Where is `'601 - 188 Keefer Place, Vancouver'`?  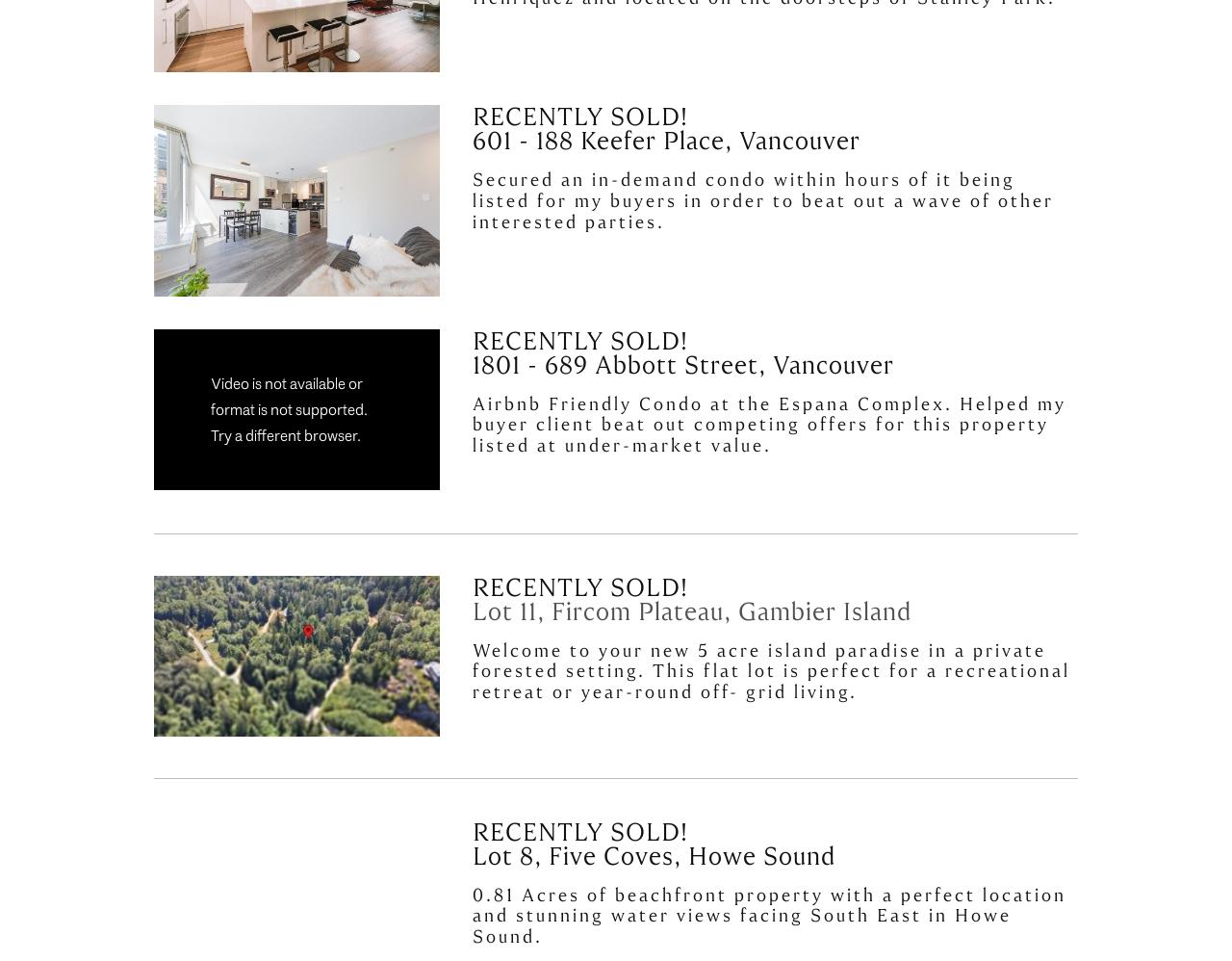 '601 - 188 Keefer Place, Vancouver' is located at coordinates (666, 141).